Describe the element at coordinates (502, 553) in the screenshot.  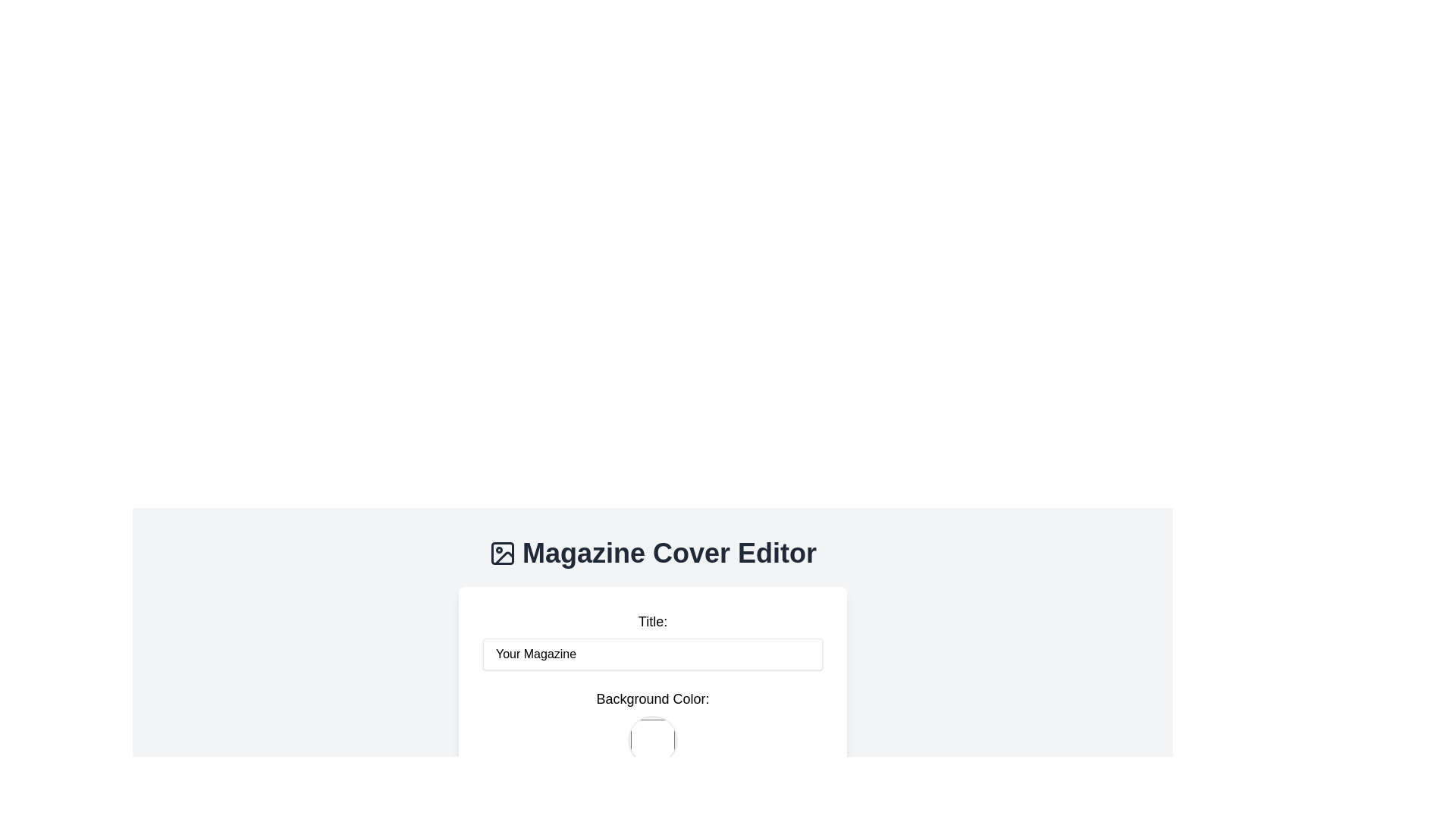
I see `the icon located to the left of the title 'Magazine Cover Editor' in the header section of the interface` at that location.